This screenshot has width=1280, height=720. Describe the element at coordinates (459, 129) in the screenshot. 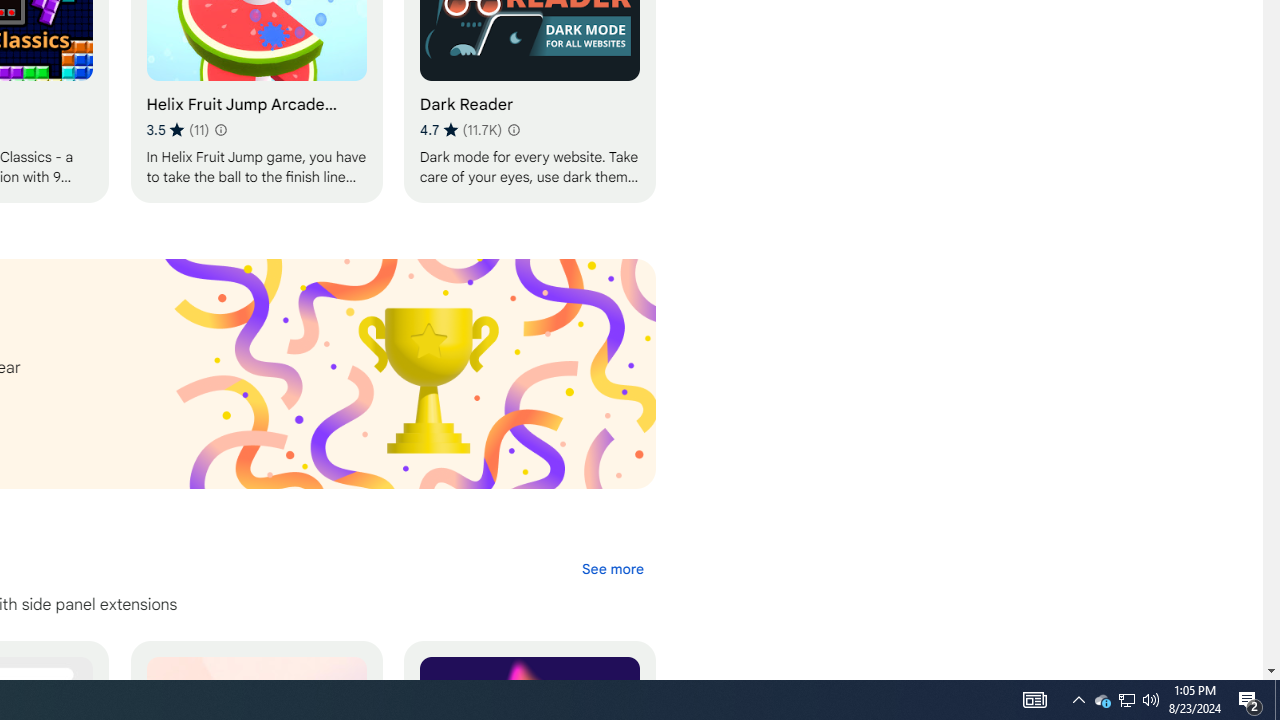

I see `'Average rating 4.7 out of 5 stars. 11.7K ratings.'` at that location.